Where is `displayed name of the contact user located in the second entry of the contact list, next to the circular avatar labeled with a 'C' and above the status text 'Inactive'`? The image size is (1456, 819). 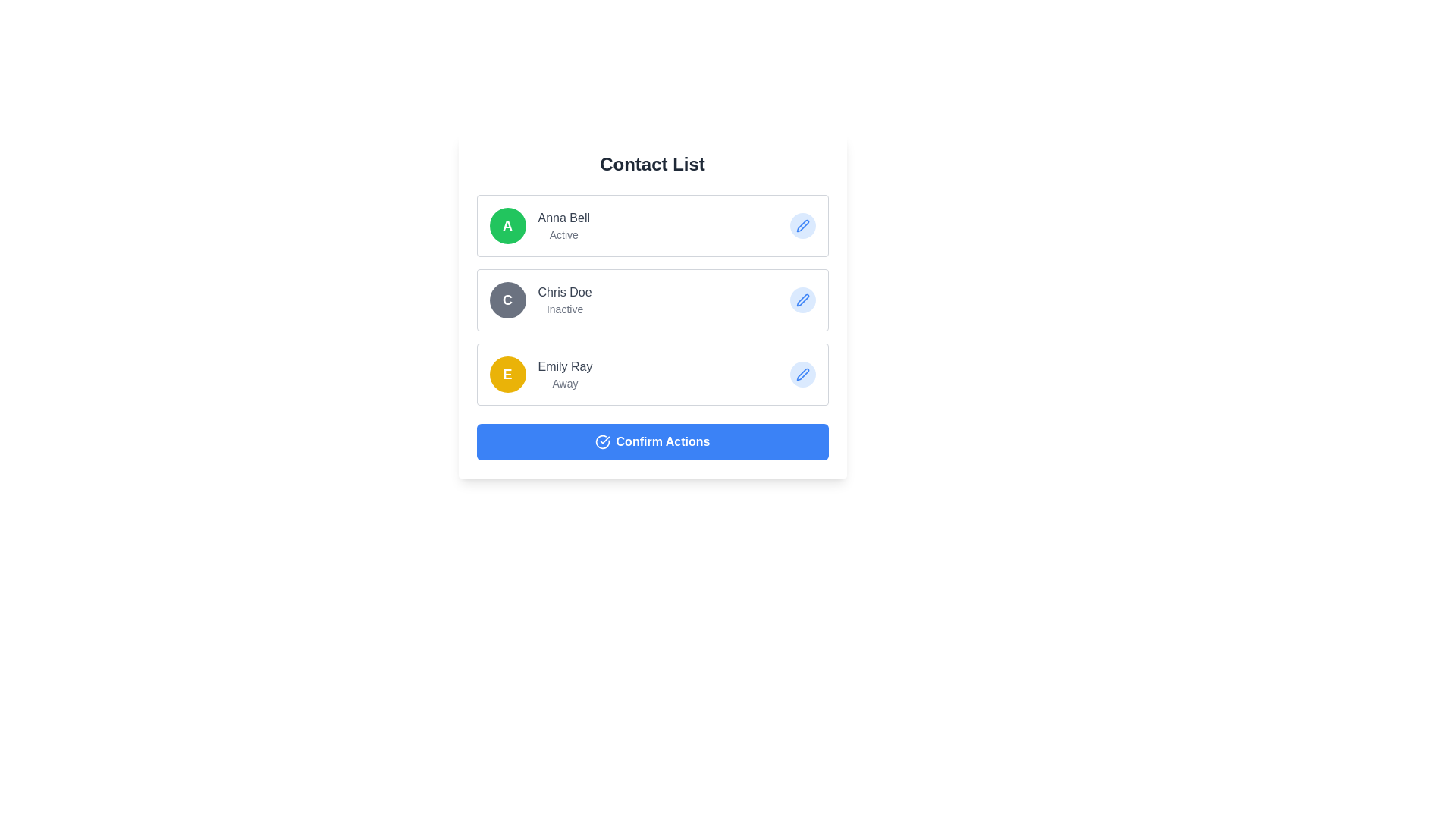
displayed name of the contact user located in the second entry of the contact list, next to the circular avatar labeled with a 'C' and above the status text 'Inactive' is located at coordinates (564, 292).